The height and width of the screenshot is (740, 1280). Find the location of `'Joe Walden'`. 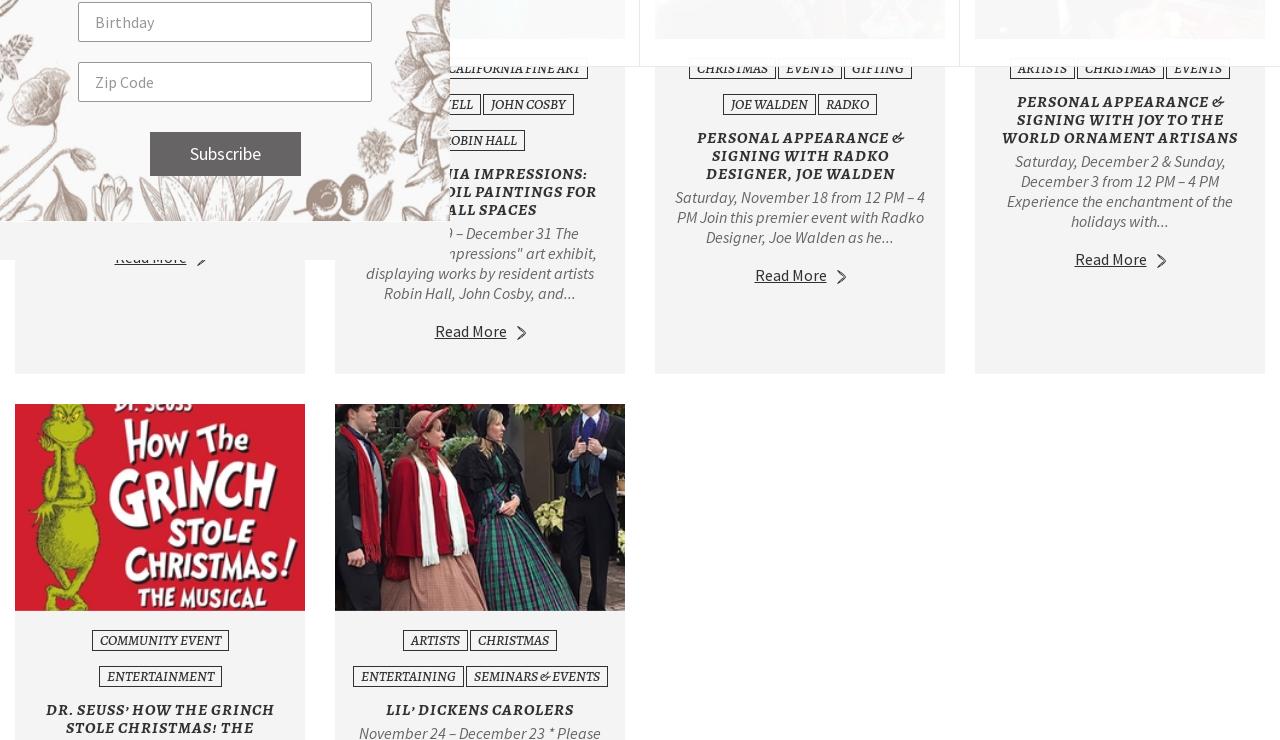

'Joe Walden' is located at coordinates (730, 104).